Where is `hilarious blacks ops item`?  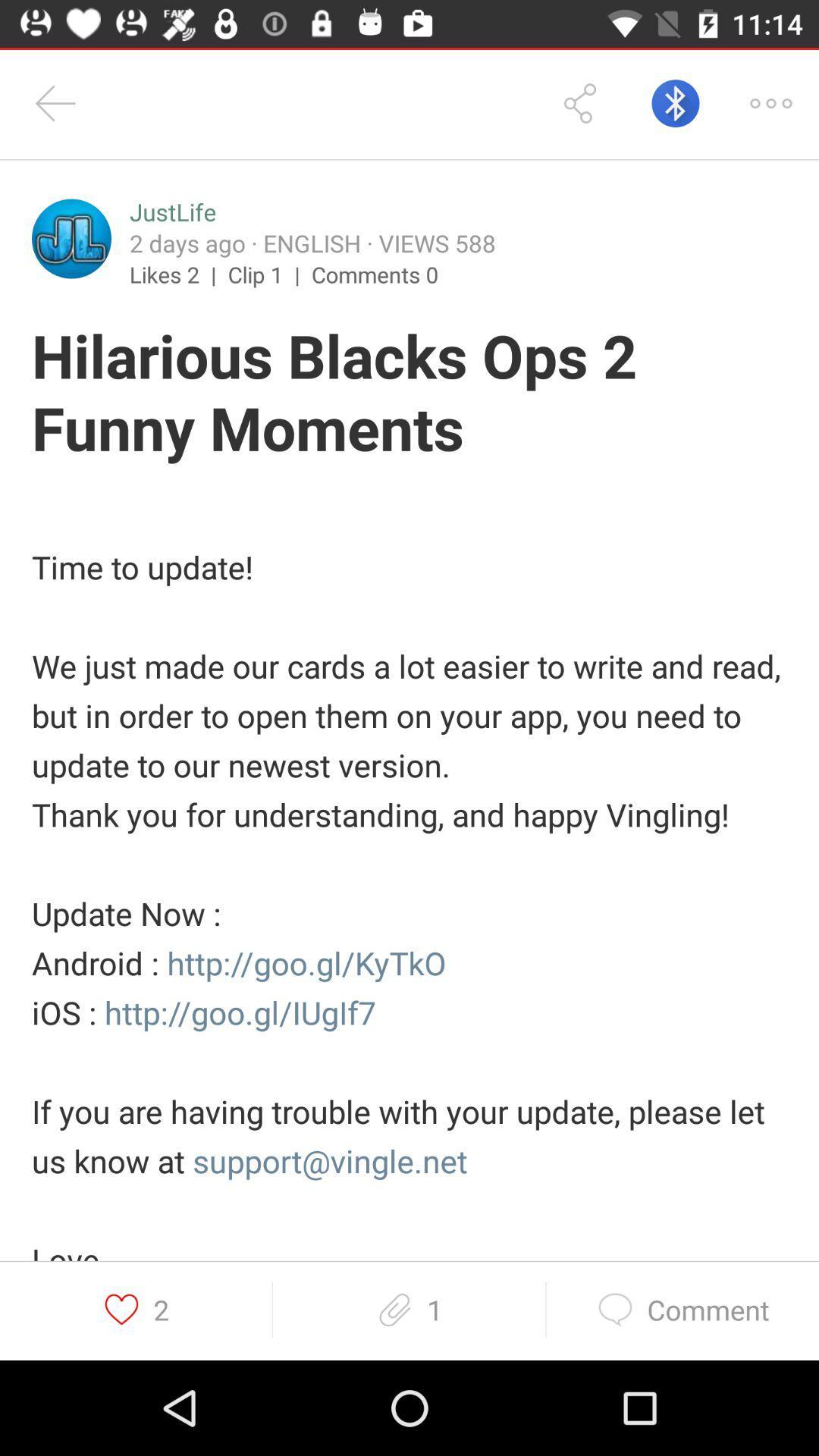
hilarious blacks ops item is located at coordinates (409, 394).